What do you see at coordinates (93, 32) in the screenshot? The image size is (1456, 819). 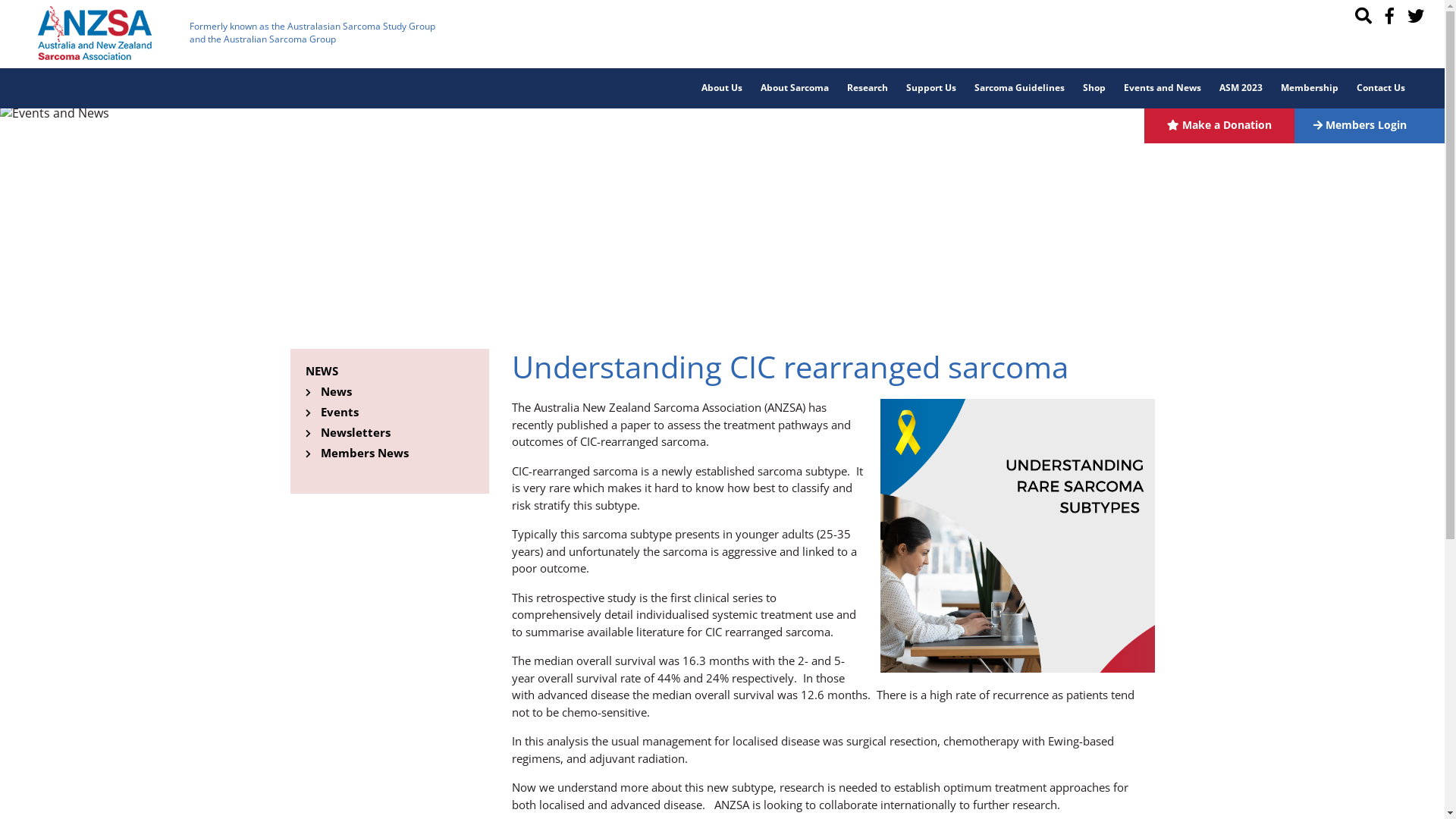 I see `'Australia and New Zealand Sarcoma Association'` at bounding box center [93, 32].